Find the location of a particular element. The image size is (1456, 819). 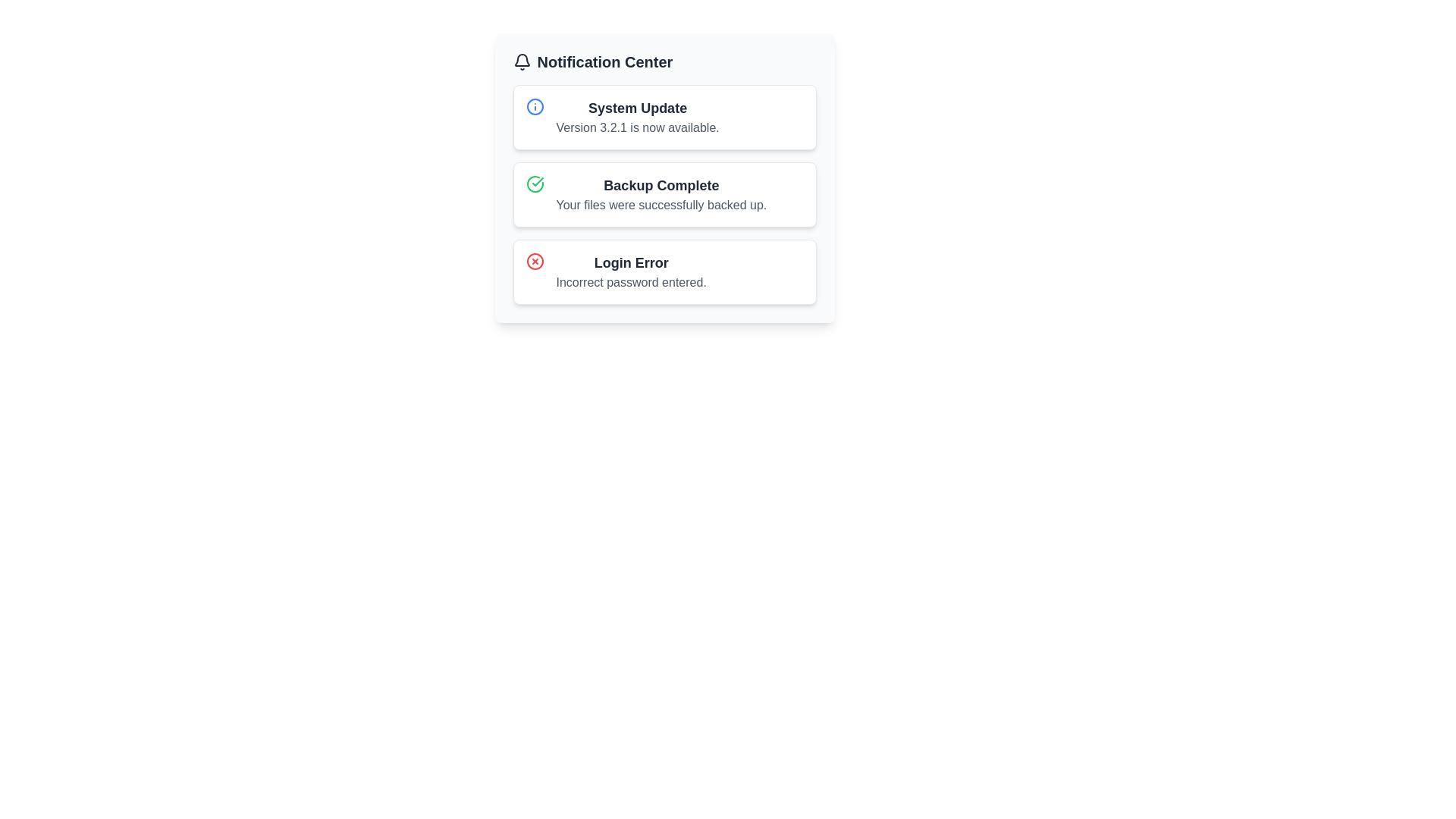

the green circular checkmark icon in the third notification card labeled 'Backup Complete' in the notification center is located at coordinates (538, 180).